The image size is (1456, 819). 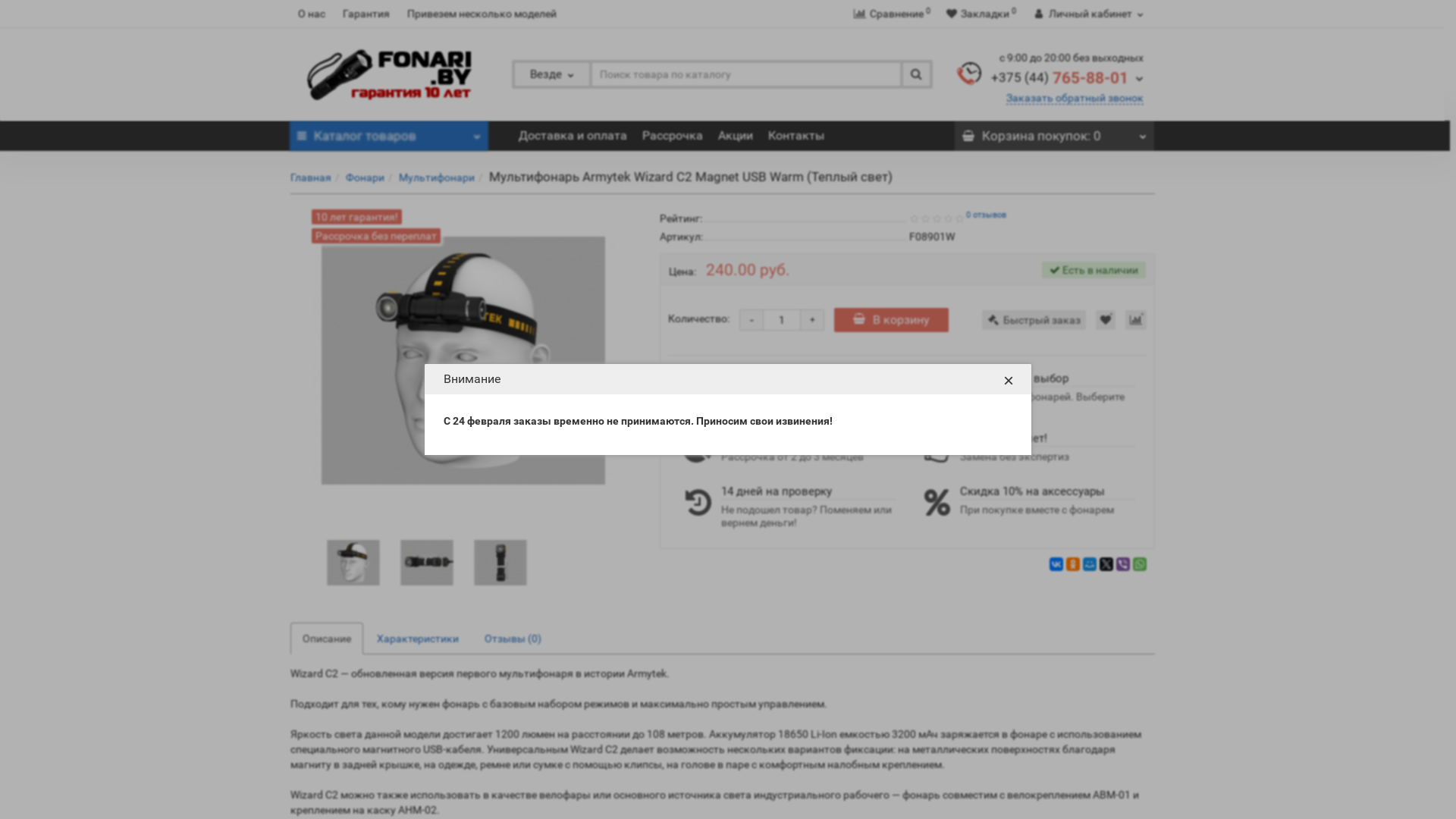 I want to click on '+375 (44) 765-88-01', so click(x=1065, y=77).